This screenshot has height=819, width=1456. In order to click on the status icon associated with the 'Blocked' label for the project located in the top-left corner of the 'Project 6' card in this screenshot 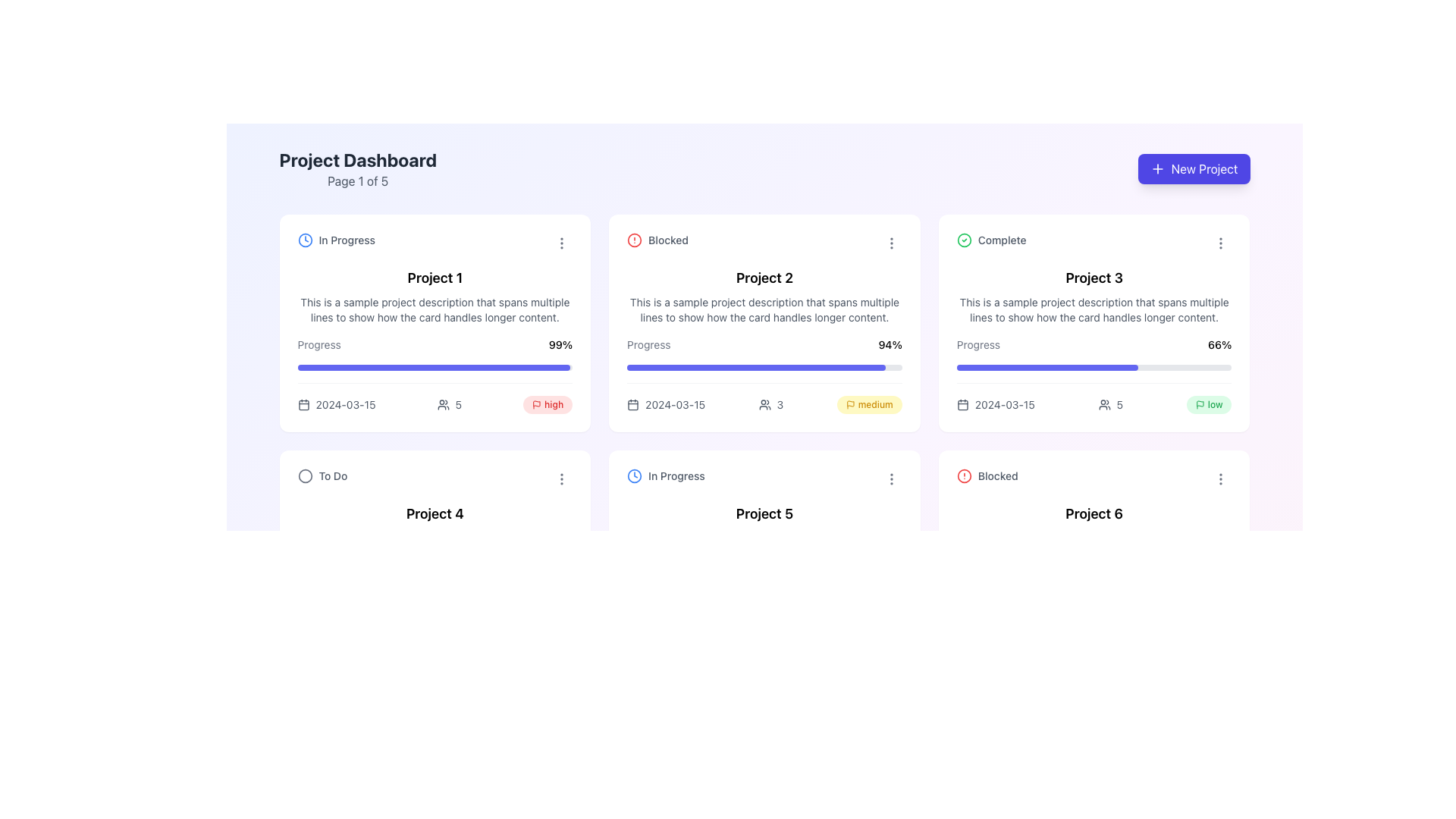, I will do `click(1094, 479)`.